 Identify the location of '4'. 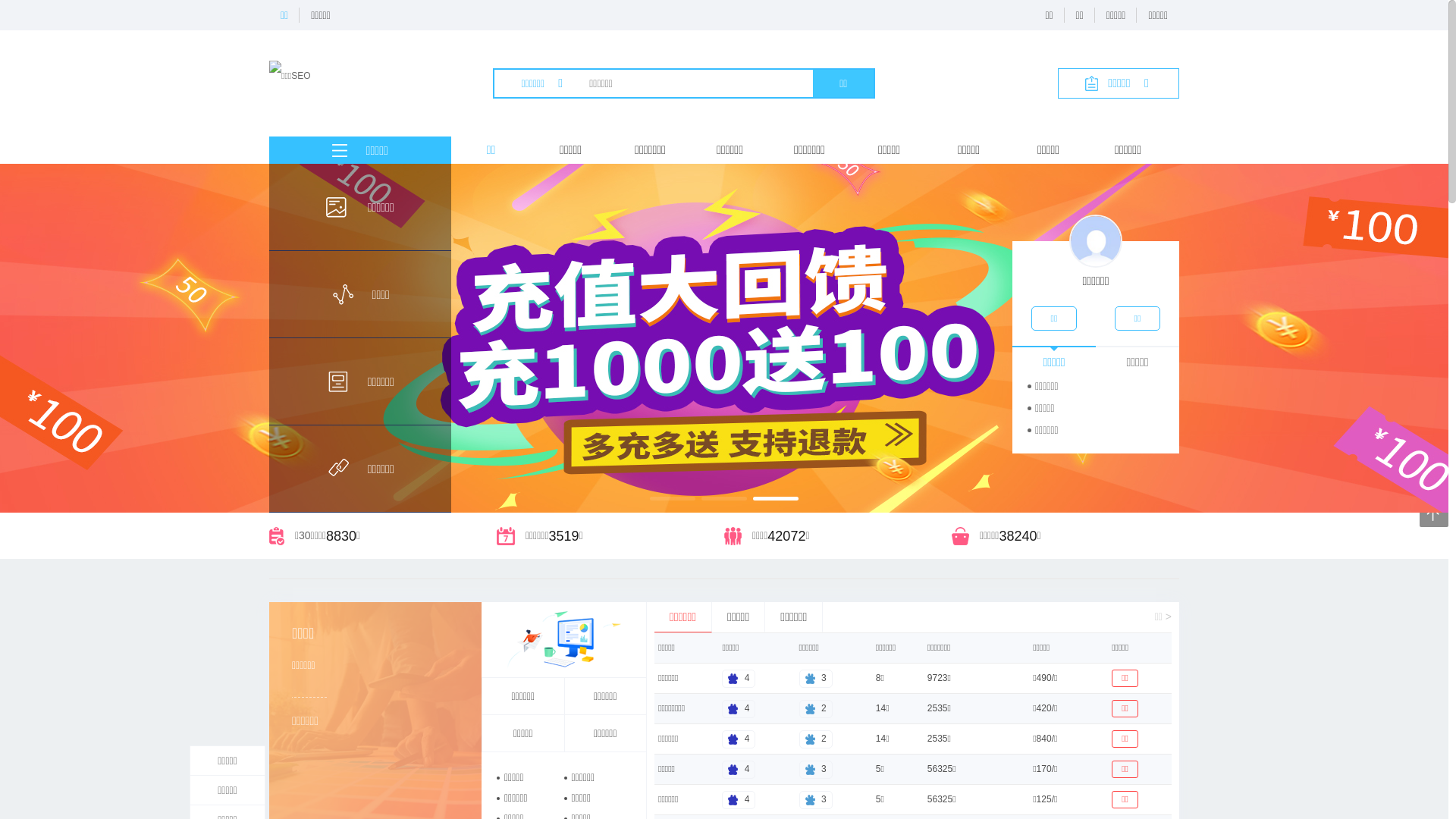
(739, 738).